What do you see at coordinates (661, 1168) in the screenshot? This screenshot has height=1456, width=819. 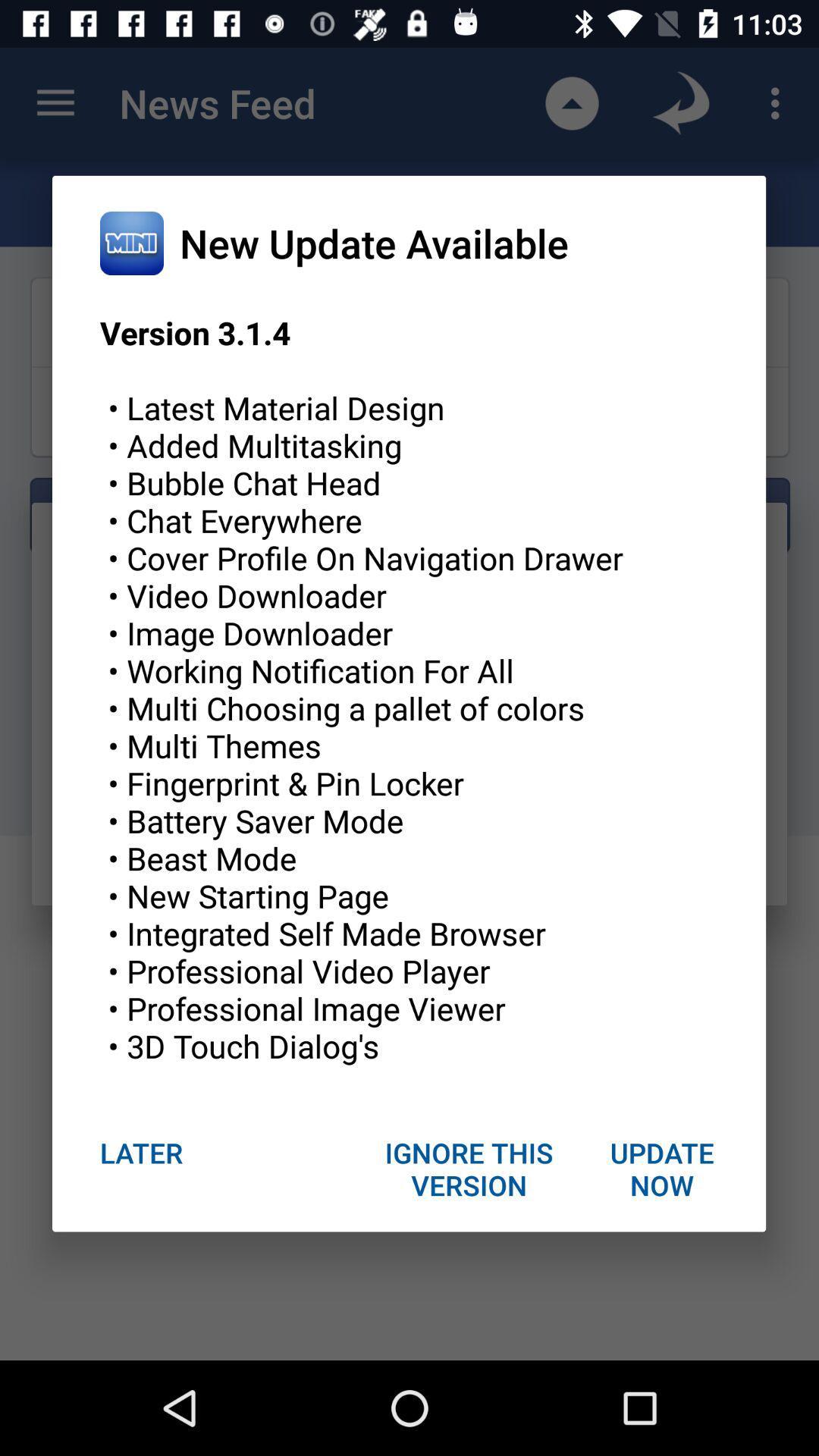 I see `item next to ignore this` at bounding box center [661, 1168].